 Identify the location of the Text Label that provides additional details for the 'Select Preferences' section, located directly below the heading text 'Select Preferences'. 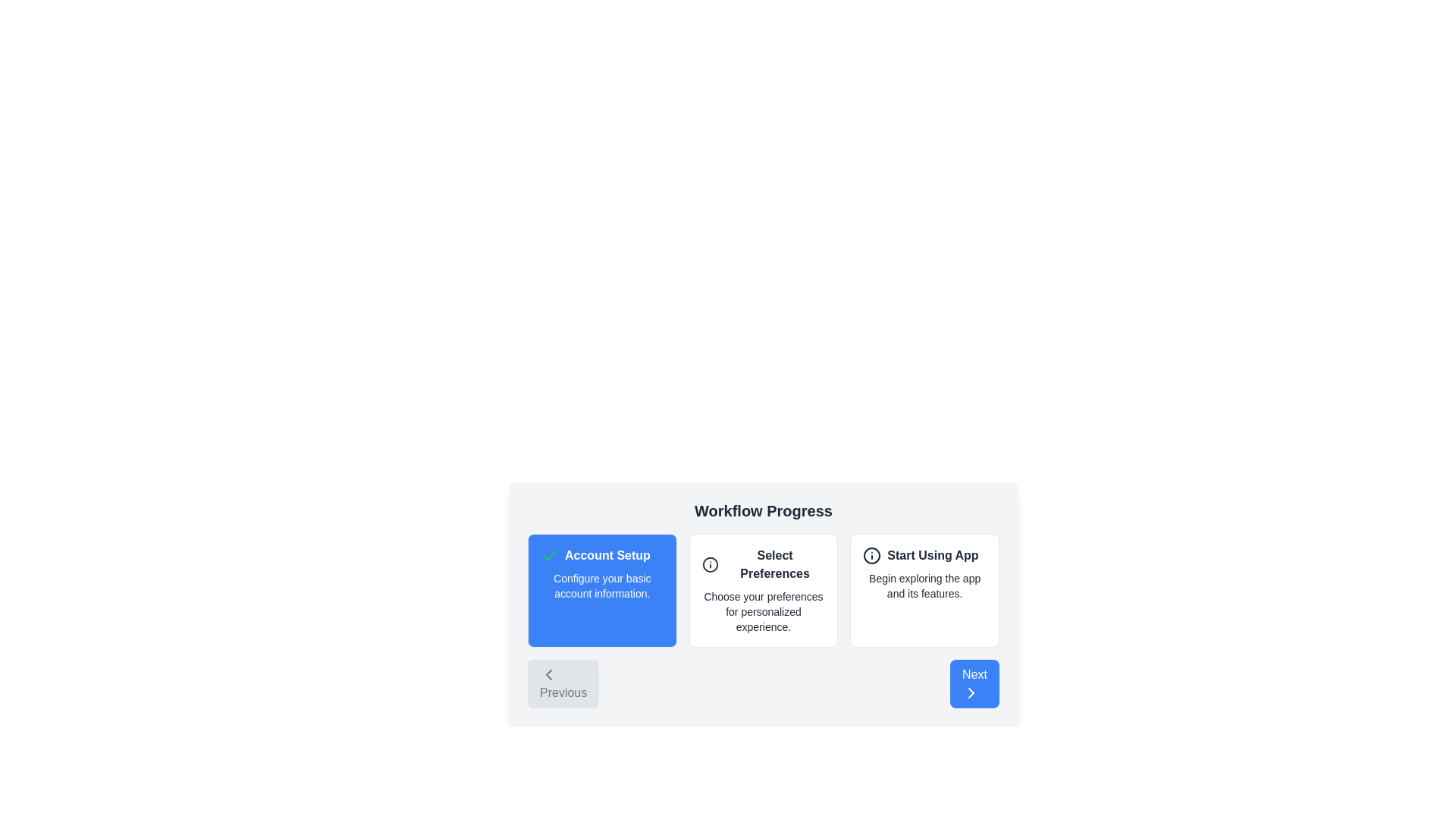
(764, 610).